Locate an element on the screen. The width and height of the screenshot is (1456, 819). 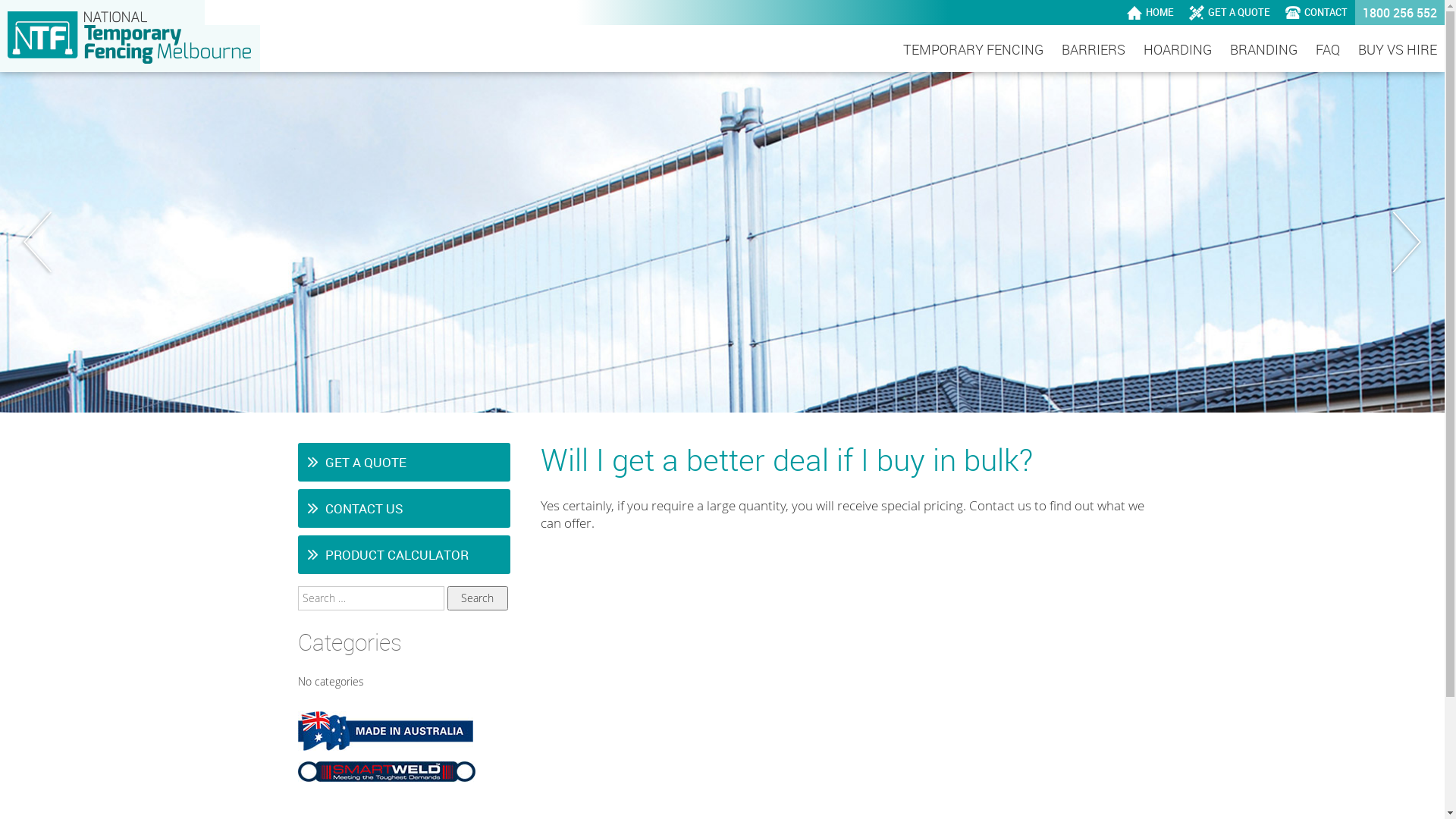
'HOARDING' is located at coordinates (1143, 49).